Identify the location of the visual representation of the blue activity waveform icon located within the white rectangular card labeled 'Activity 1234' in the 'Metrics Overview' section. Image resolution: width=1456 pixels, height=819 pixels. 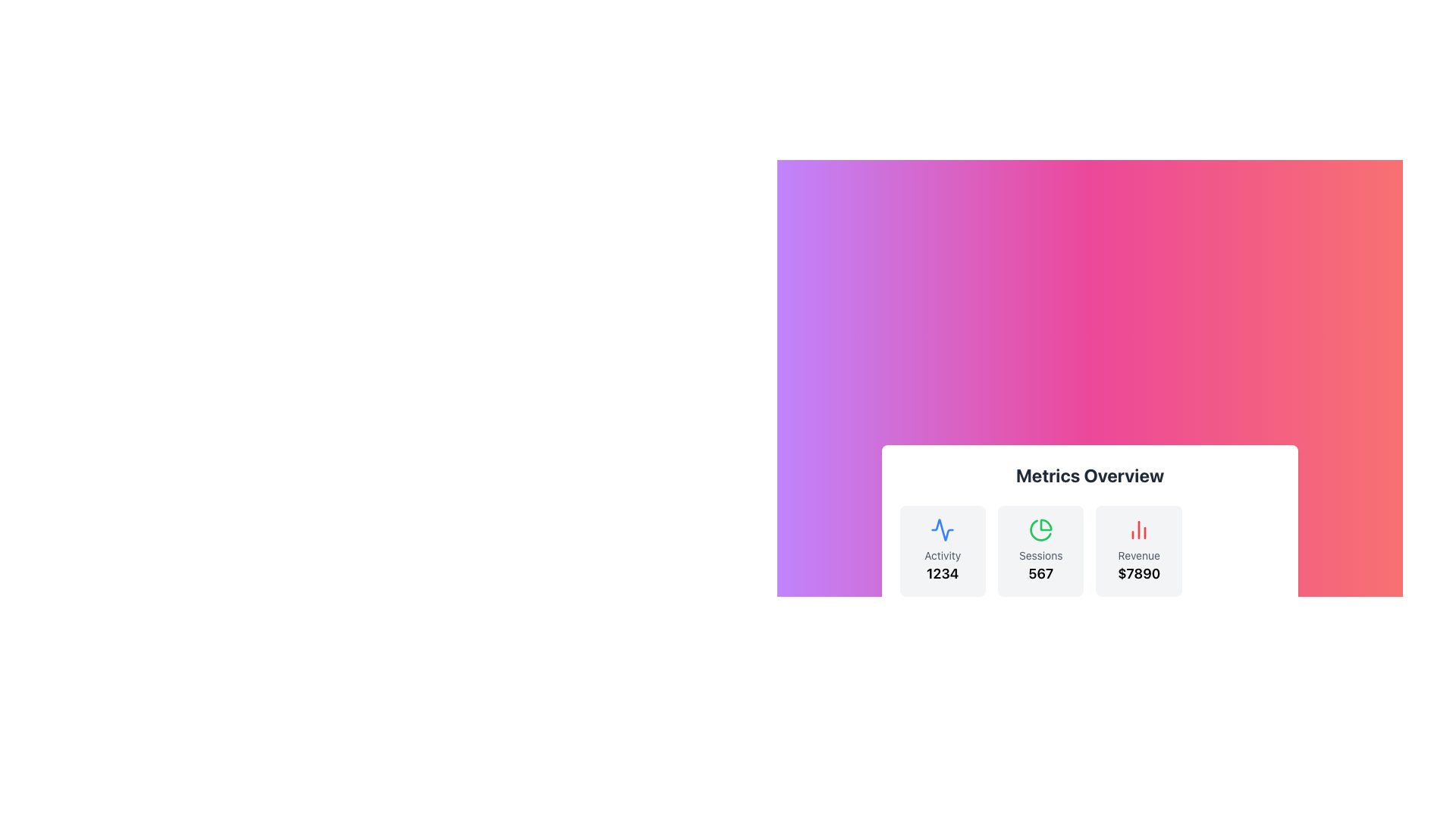
(942, 529).